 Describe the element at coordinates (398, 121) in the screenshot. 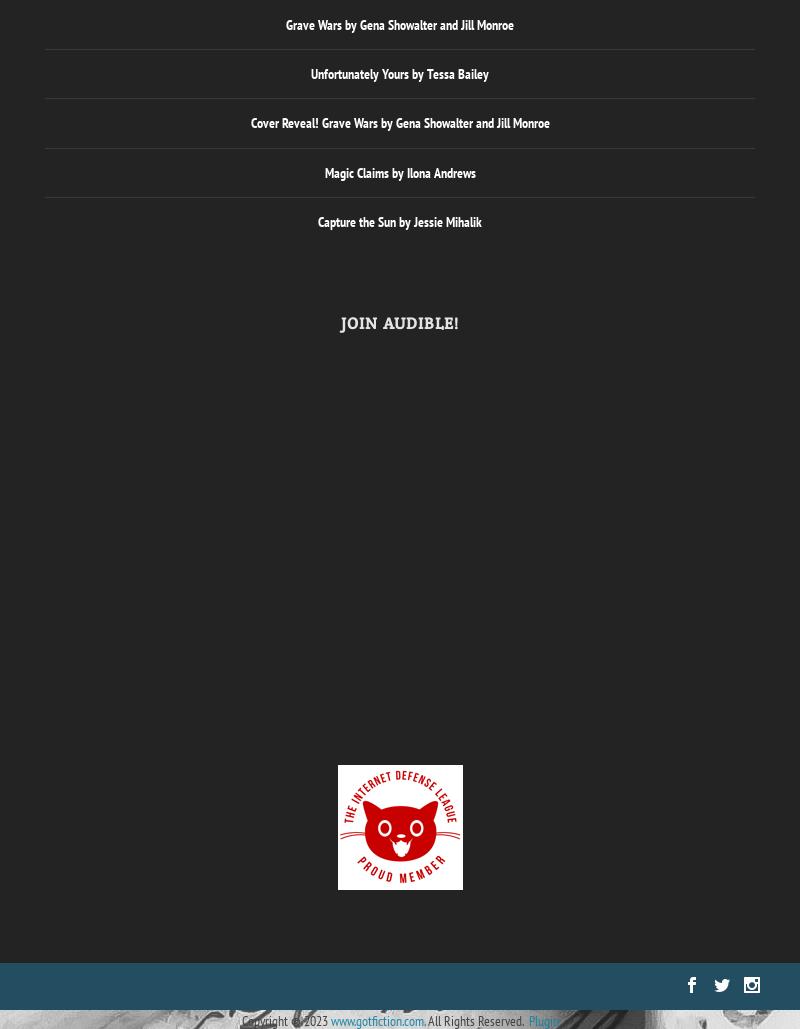

I see `'Cover Reveal! Grave Wars by Gena Showalter and Jill Monroe'` at that location.